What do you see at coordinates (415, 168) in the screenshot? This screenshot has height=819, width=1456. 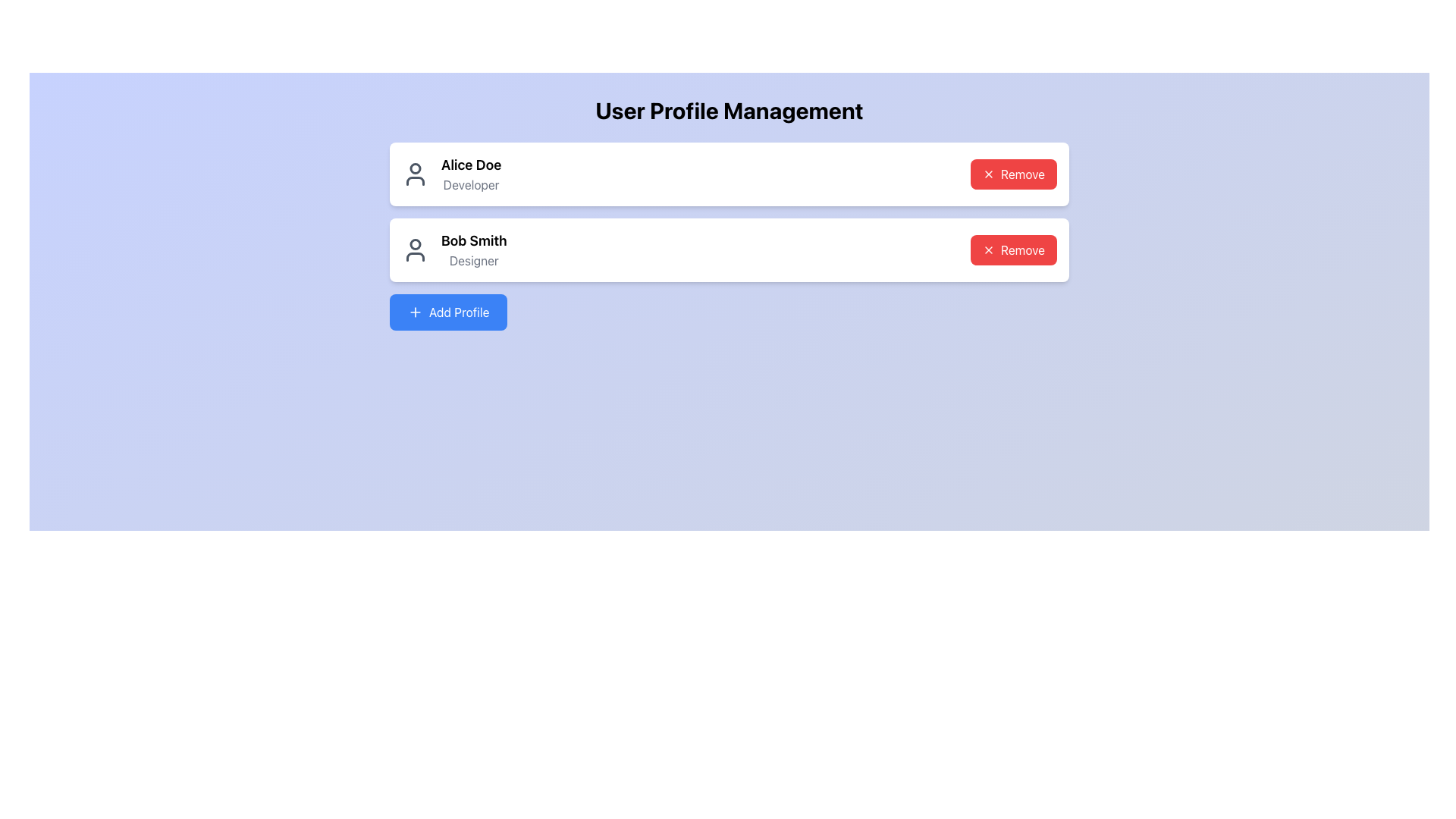 I see `the SVG circle representing the user's profile icon for 'Alice Doe'` at bounding box center [415, 168].